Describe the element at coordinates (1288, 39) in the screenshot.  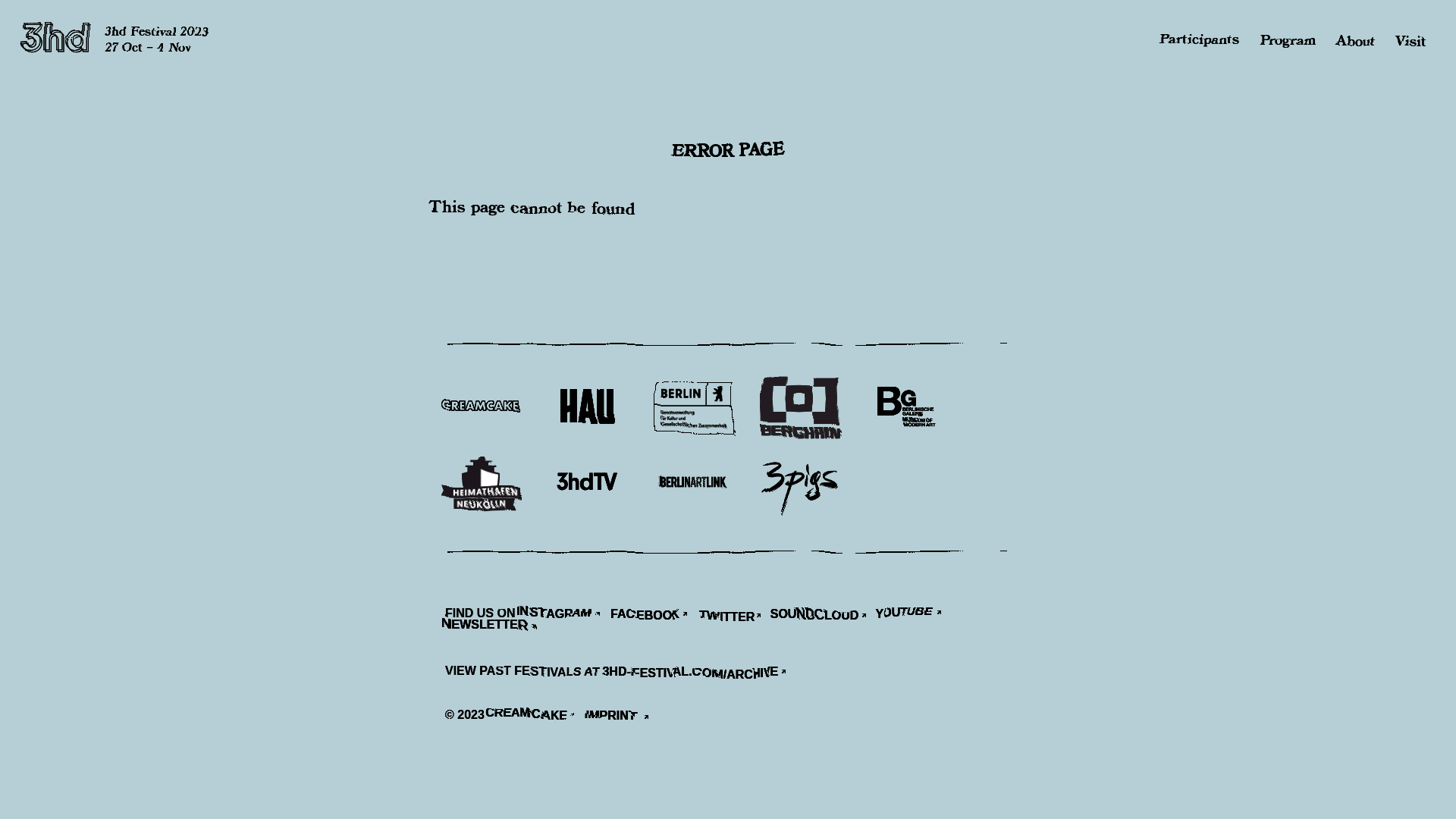
I see `'Program'` at that location.